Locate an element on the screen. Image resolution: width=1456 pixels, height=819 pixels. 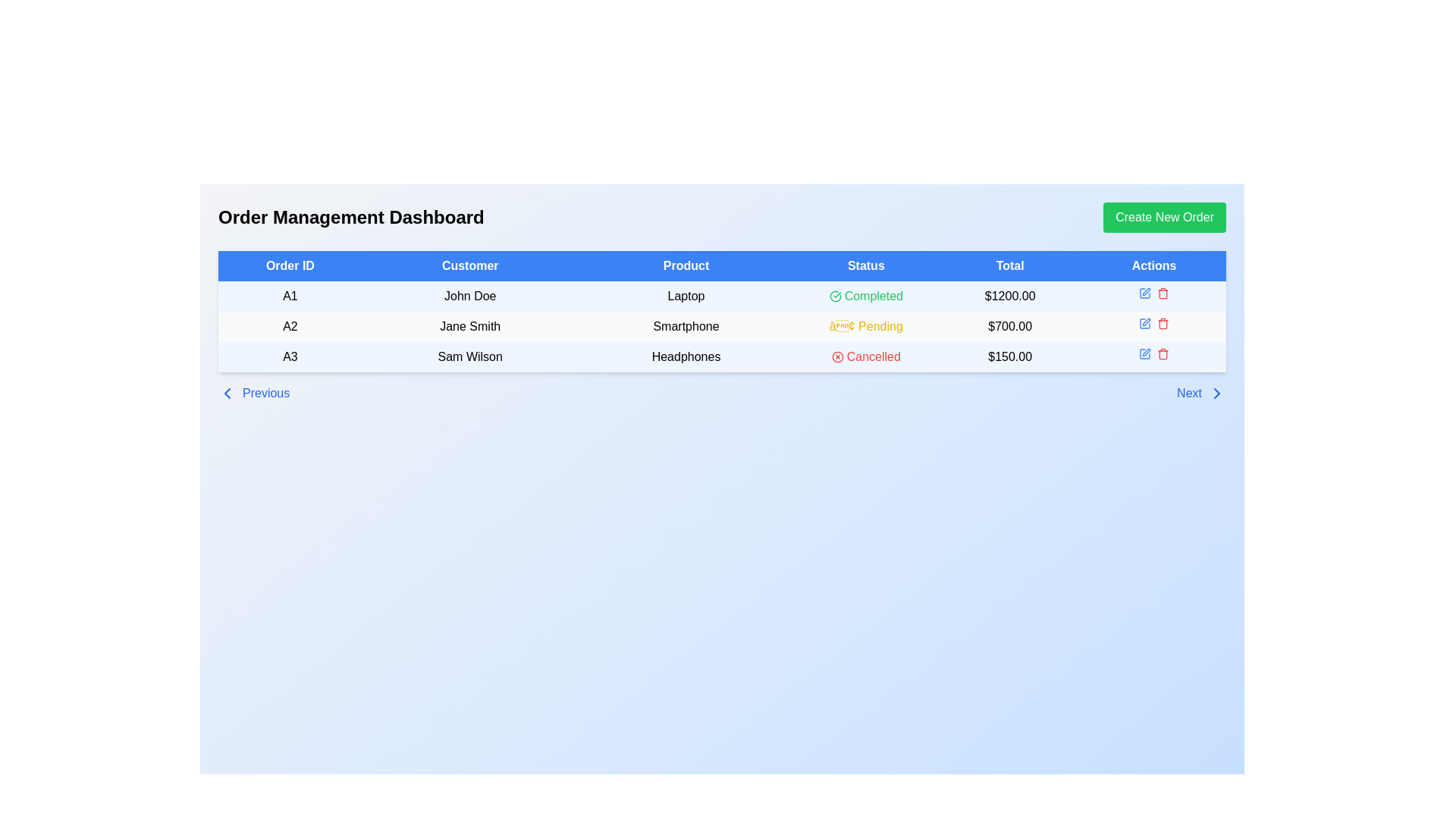
the trash bin icon button in the 'Actions' column of the third row is located at coordinates (1163, 293).